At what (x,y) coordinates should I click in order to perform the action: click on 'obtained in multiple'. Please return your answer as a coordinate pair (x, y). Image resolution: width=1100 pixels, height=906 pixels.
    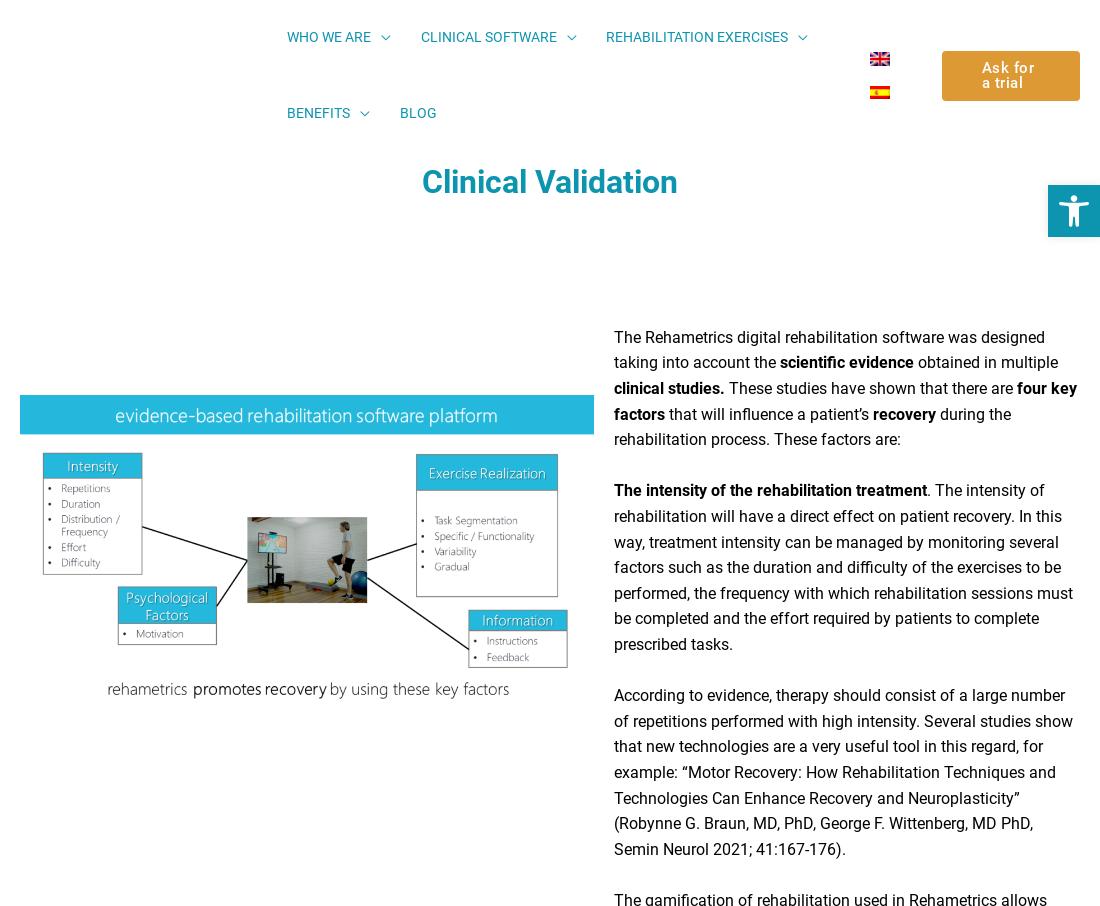
    Looking at the image, I should click on (984, 369).